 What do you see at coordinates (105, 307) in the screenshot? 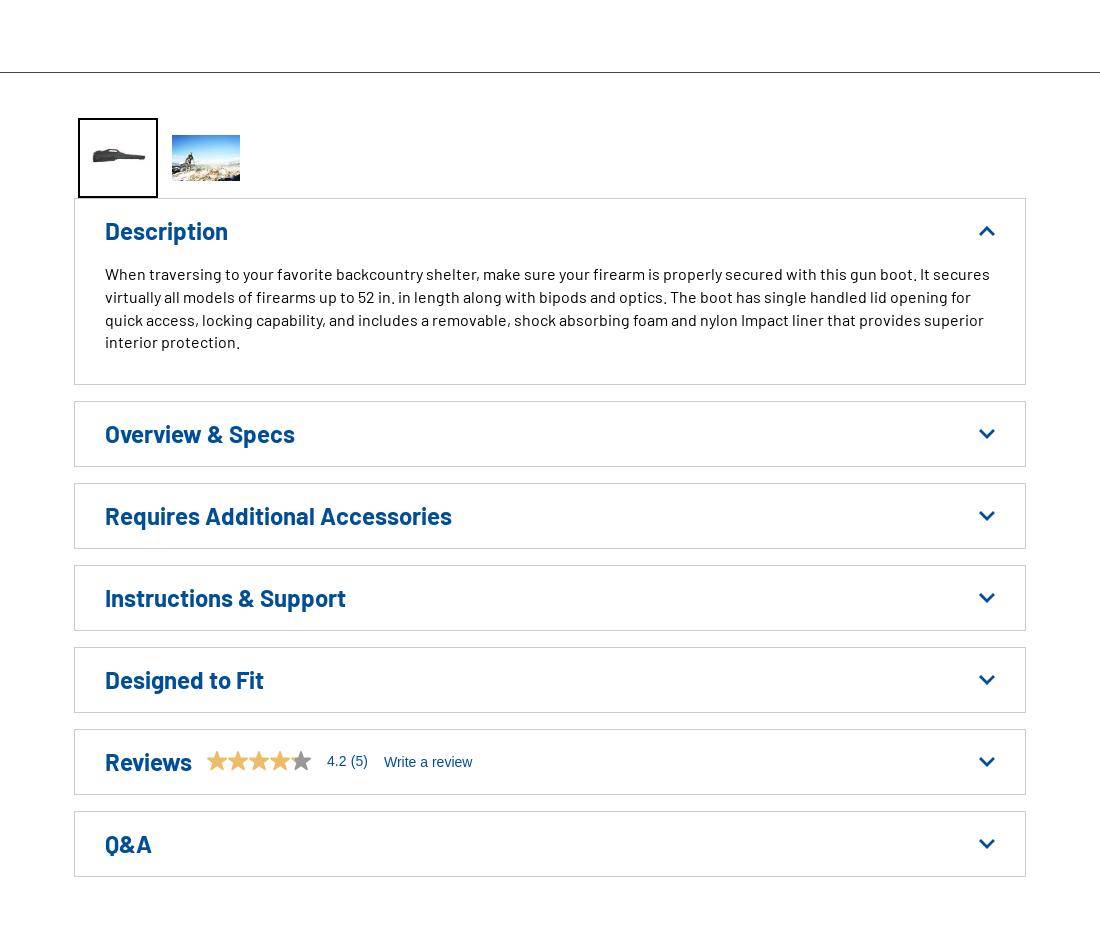
I see `'When traversing to your favorite backcountry shelter, make sure your firearm is properly secured with this gun boot. It secures virtually all models of firearms up to 52 in. in length along with bipods and optics. The boot has single handled lid opening for quick access, locking capability, and includes a removable, shock absorbing foam and nylon Impact liner that provides superior interior protection.'` at bounding box center [105, 307].